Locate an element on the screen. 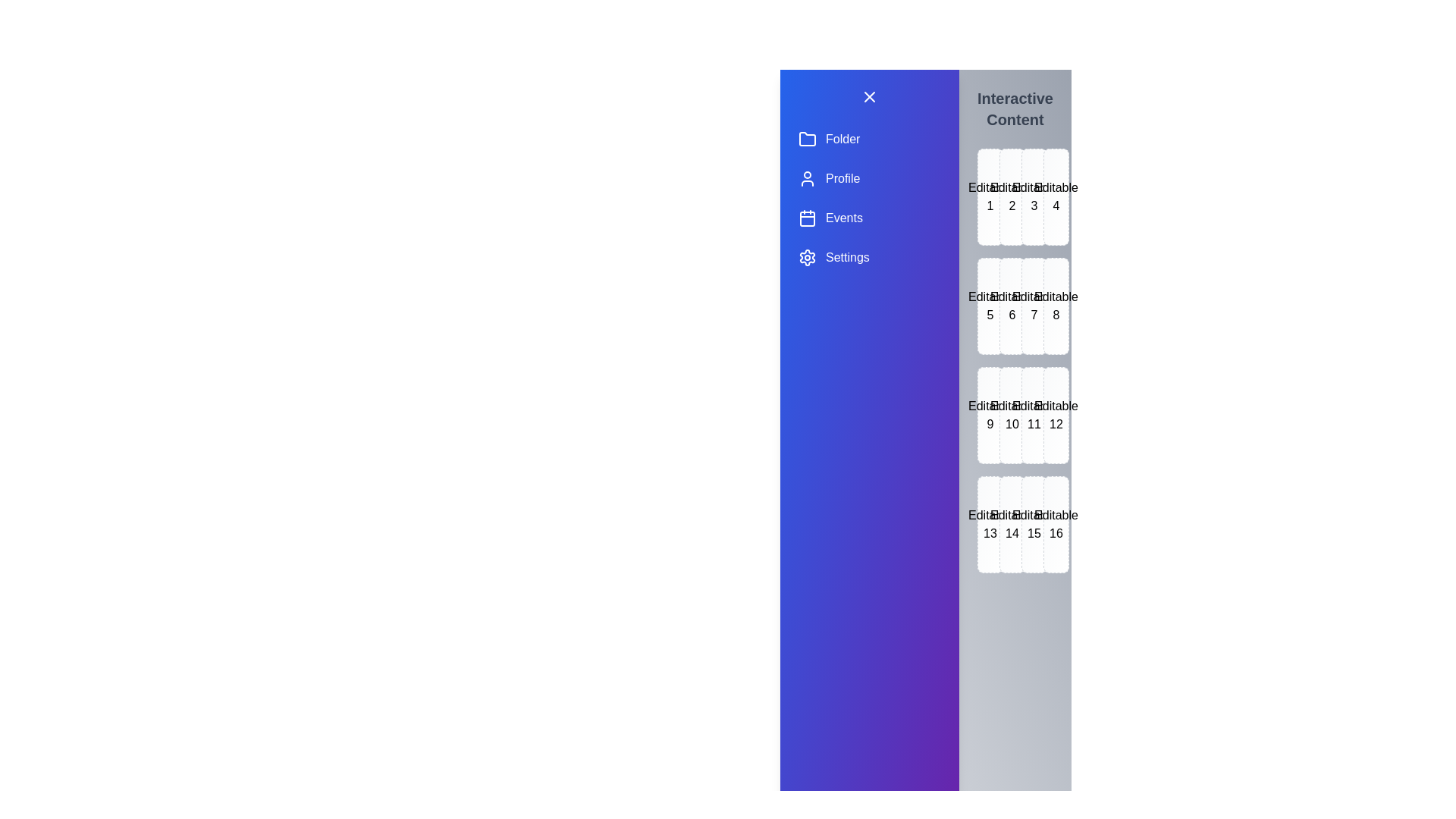 The height and width of the screenshot is (819, 1456). the drawer item labeled Events is located at coordinates (869, 218).